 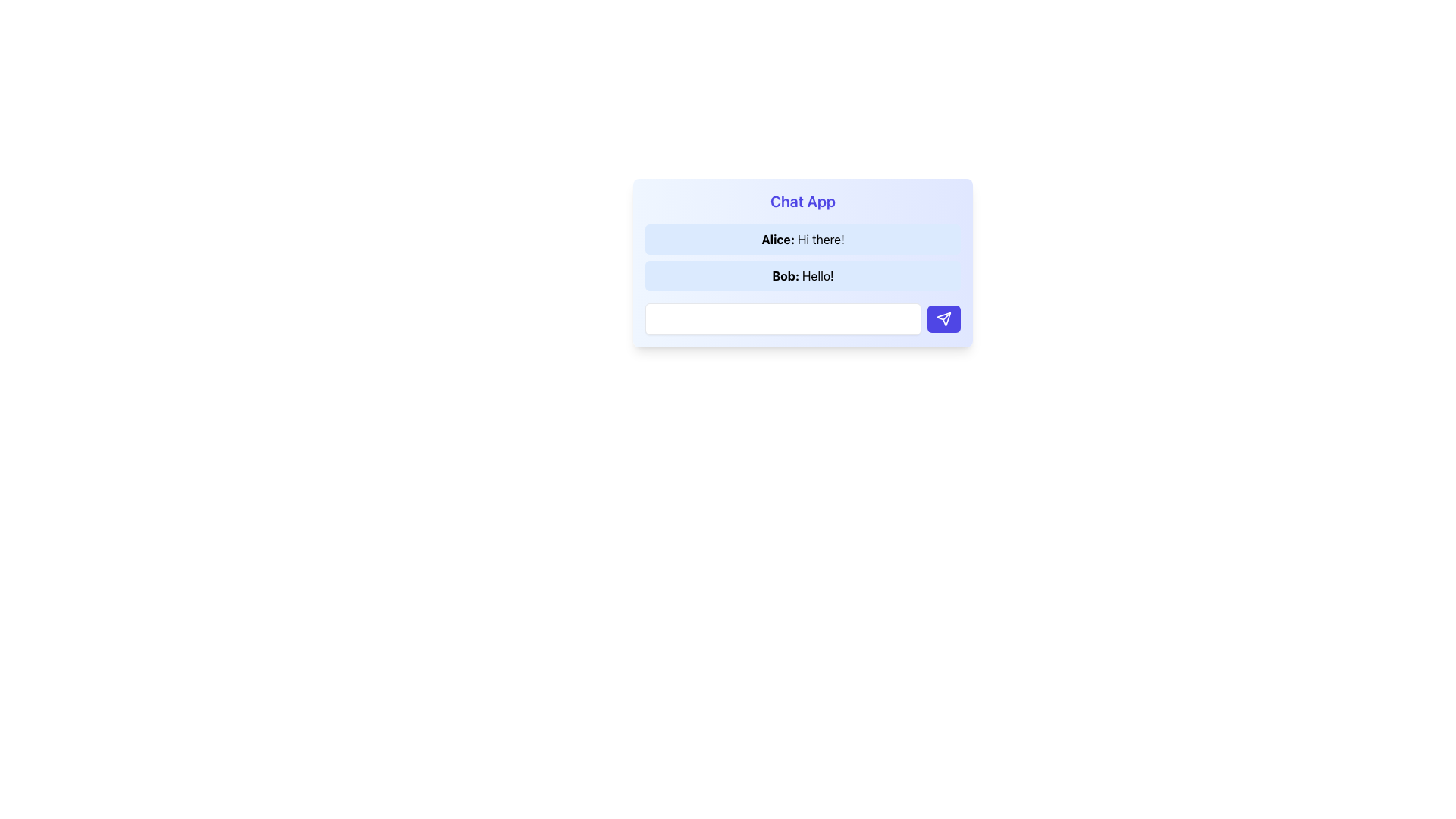 I want to click on the static text identifying the sender of the message in the chat interface, which is positioned at the beginning of the message bubble displaying 'Hello!', so click(x=787, y=275).